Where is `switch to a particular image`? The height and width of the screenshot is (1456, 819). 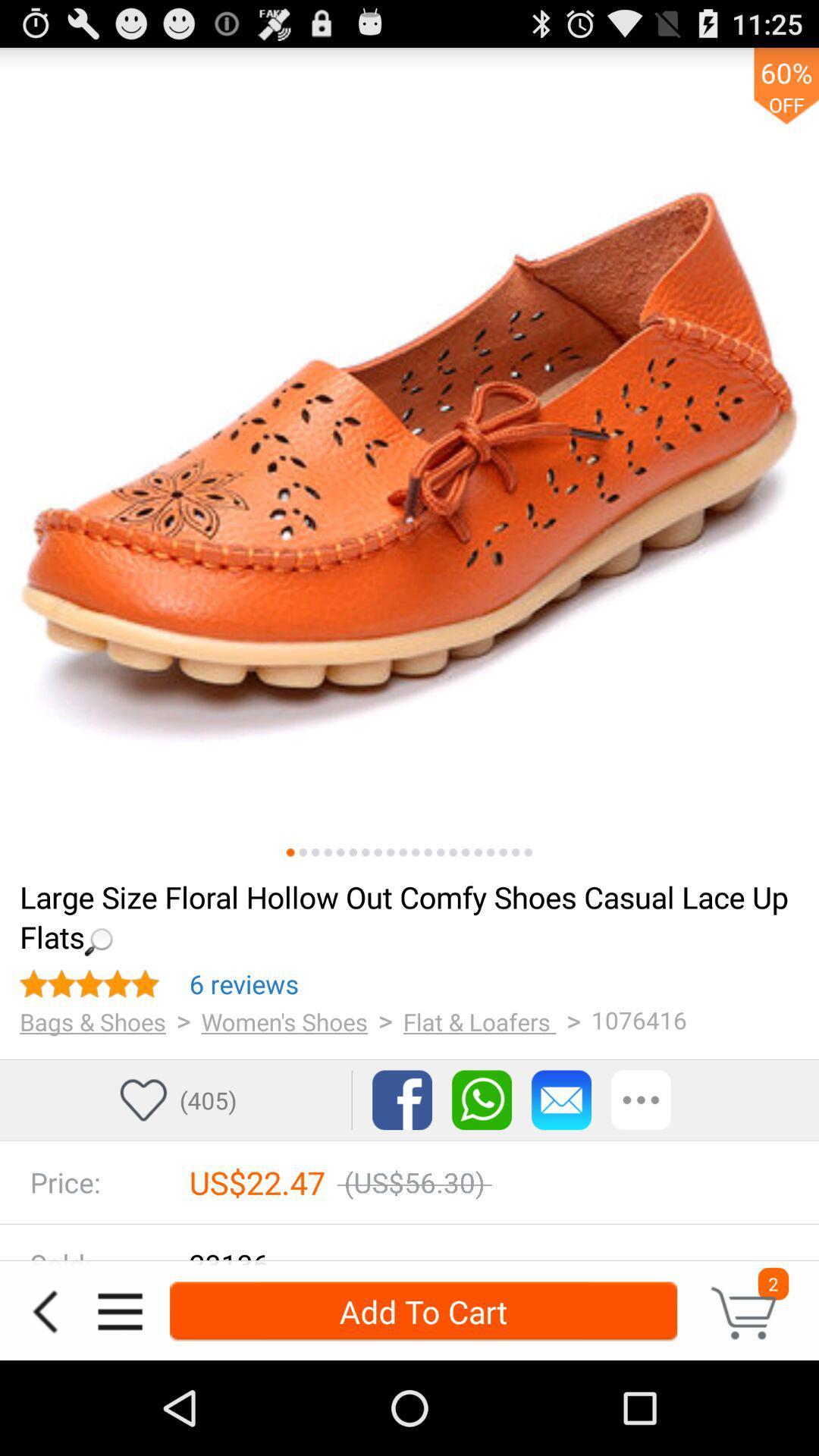 switch to a particular image is located at coordinates (503, 852).